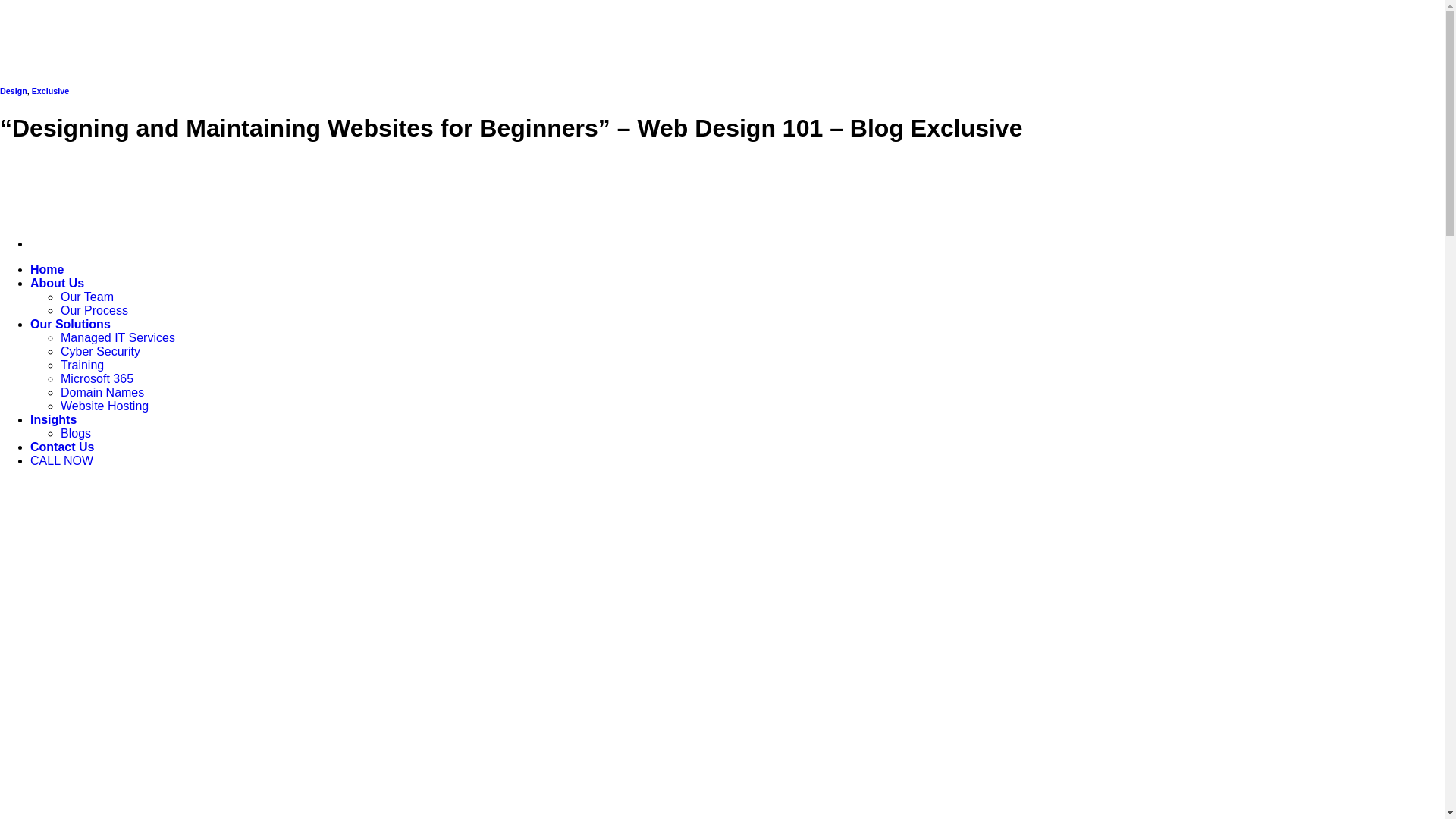  I want to click on 'Our Process', so click(93, 309).